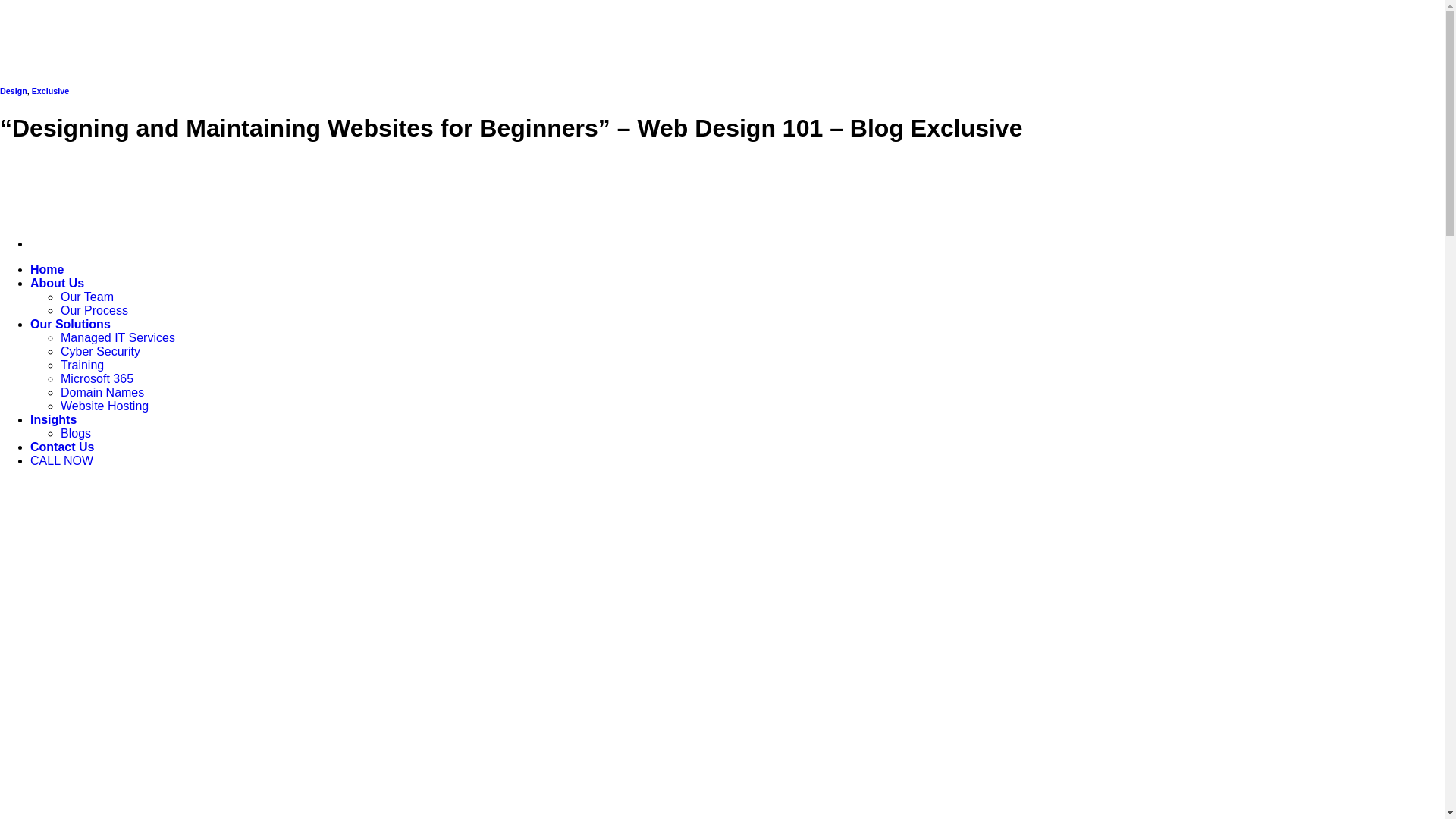  I want to click on 'Our Process', so click(93, 309).